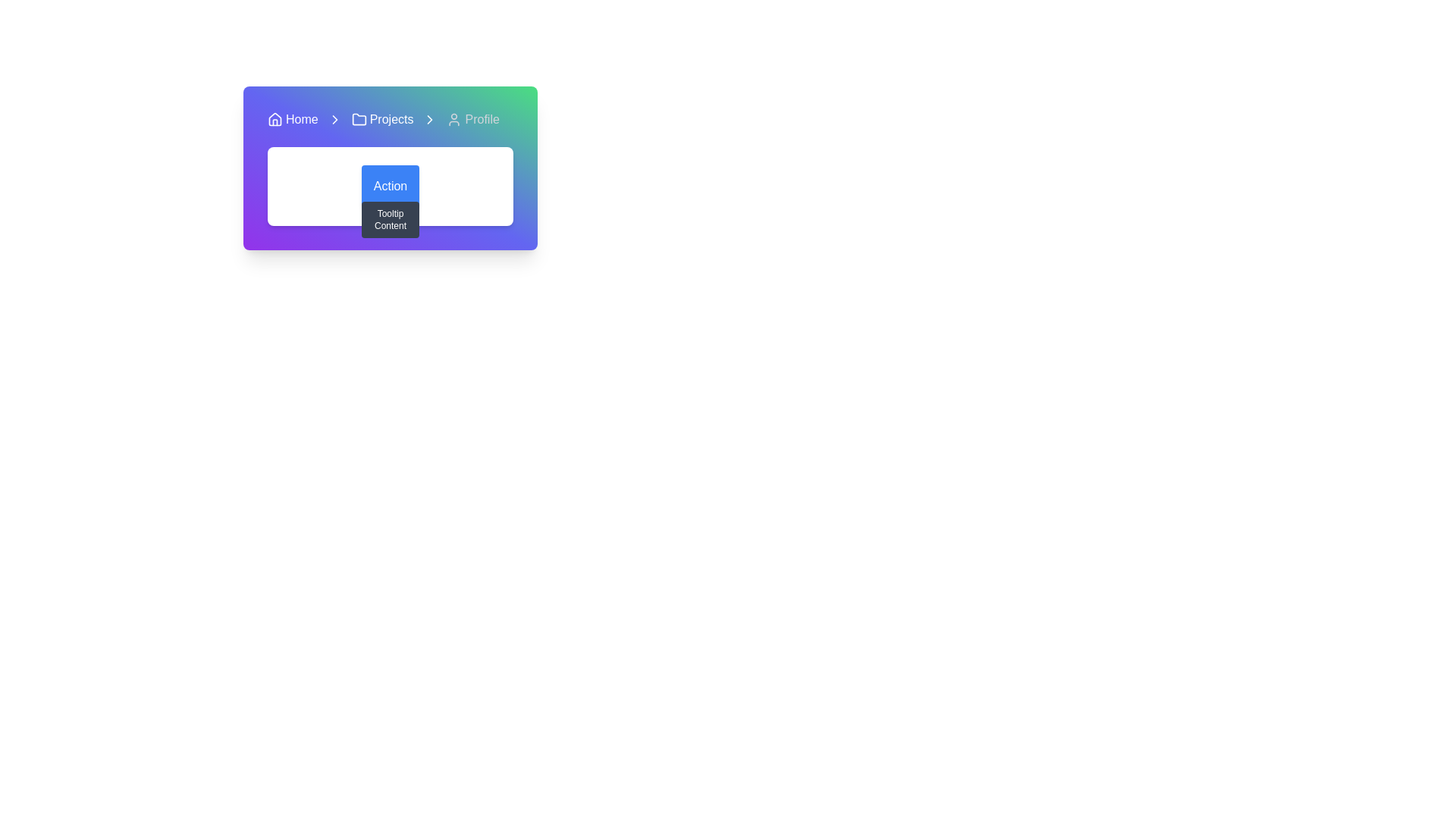  I want to click on text content of the tooltip displaying 'Tooltip Content', which has a dark gray background and is positioned below the 'Action' button, so click(390, 219).